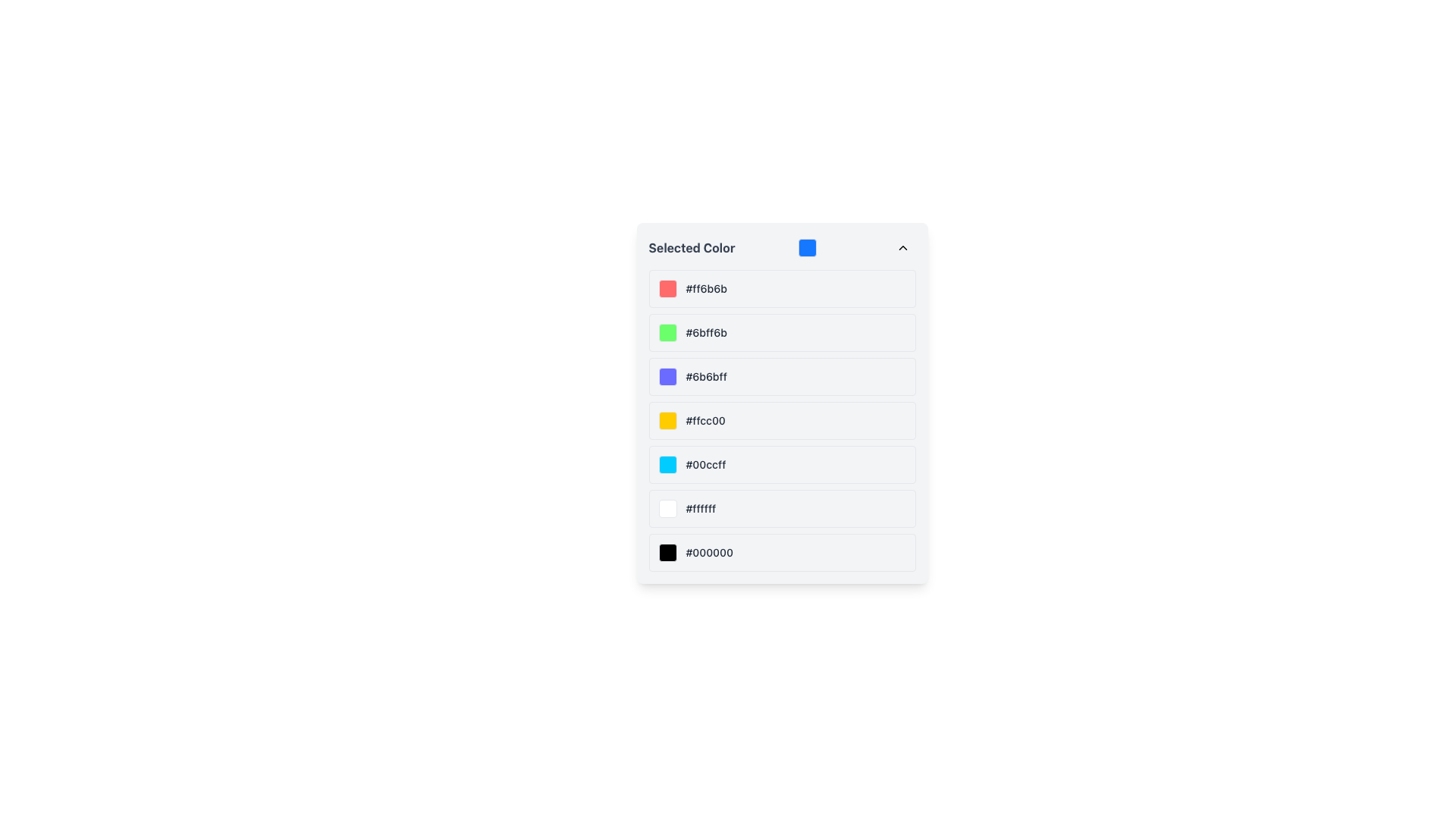 The width and height of the screenshot is (1456, 819). I want to click on the visual color indicator representing the color '#ff6b6b' located at the far left of its list item, so click(667, 289).